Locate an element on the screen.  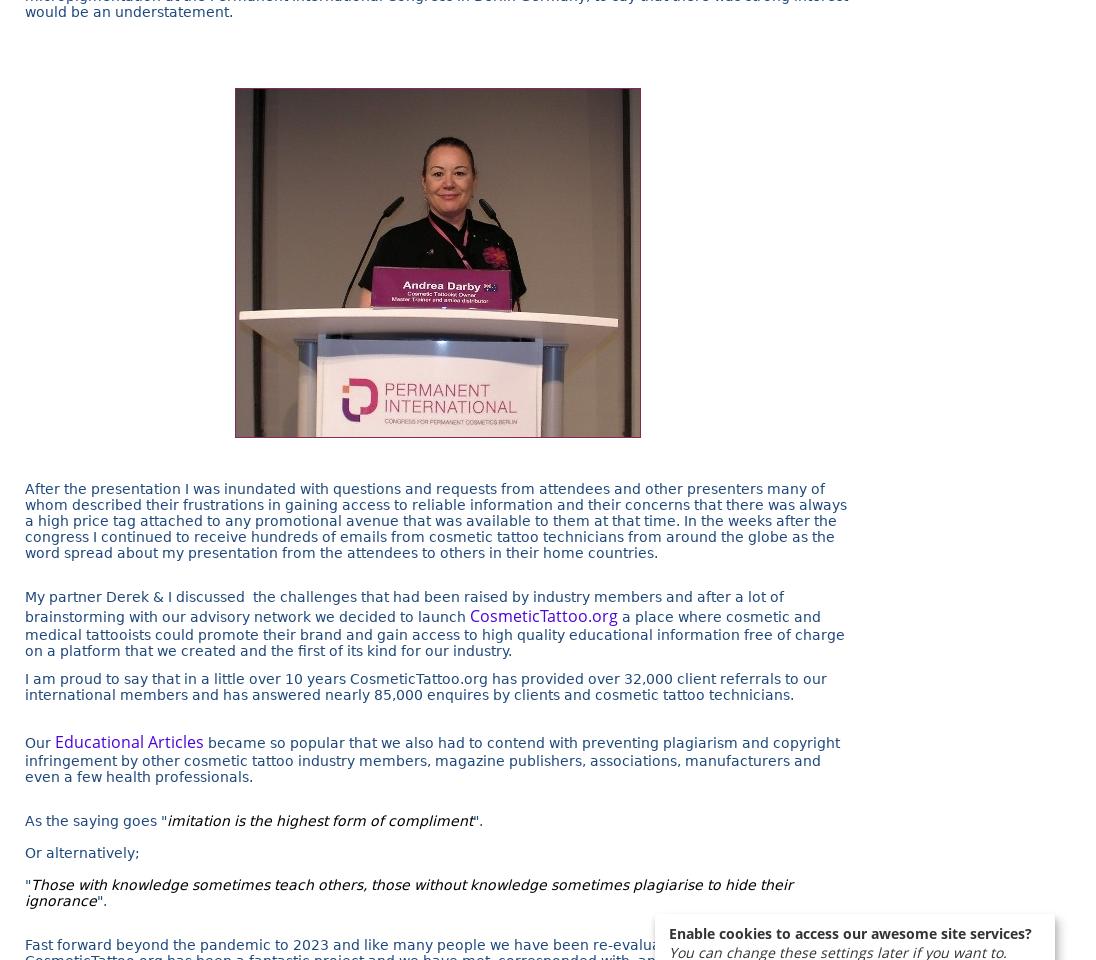
'As the saying goes "' is located at coordinates (95, 820).